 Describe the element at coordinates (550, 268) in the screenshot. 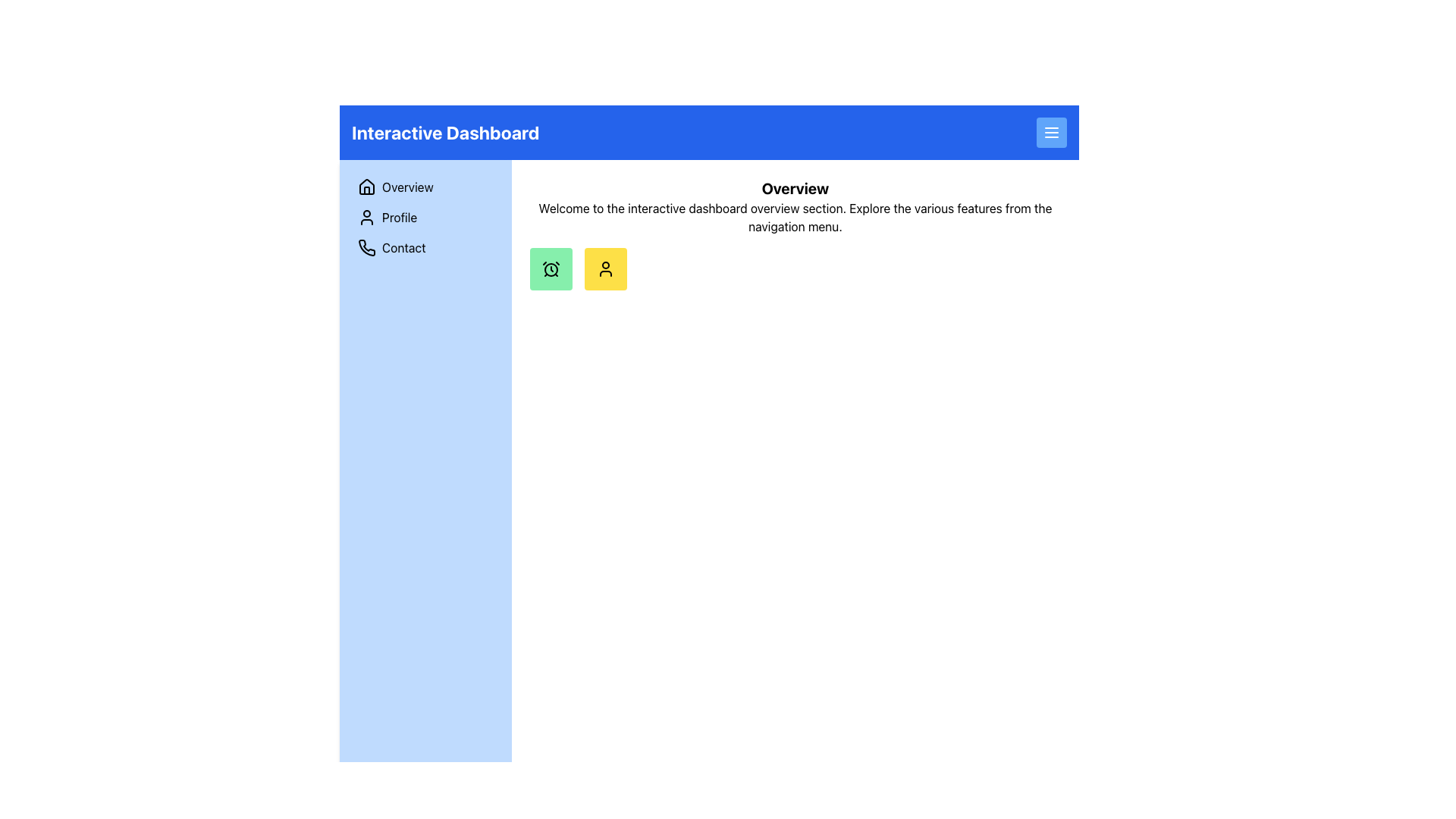

I see `the time-related button with the alarm clock icon, which is the leftmost button in a horizontal arrangement near the top-right of the main content section` at that location.